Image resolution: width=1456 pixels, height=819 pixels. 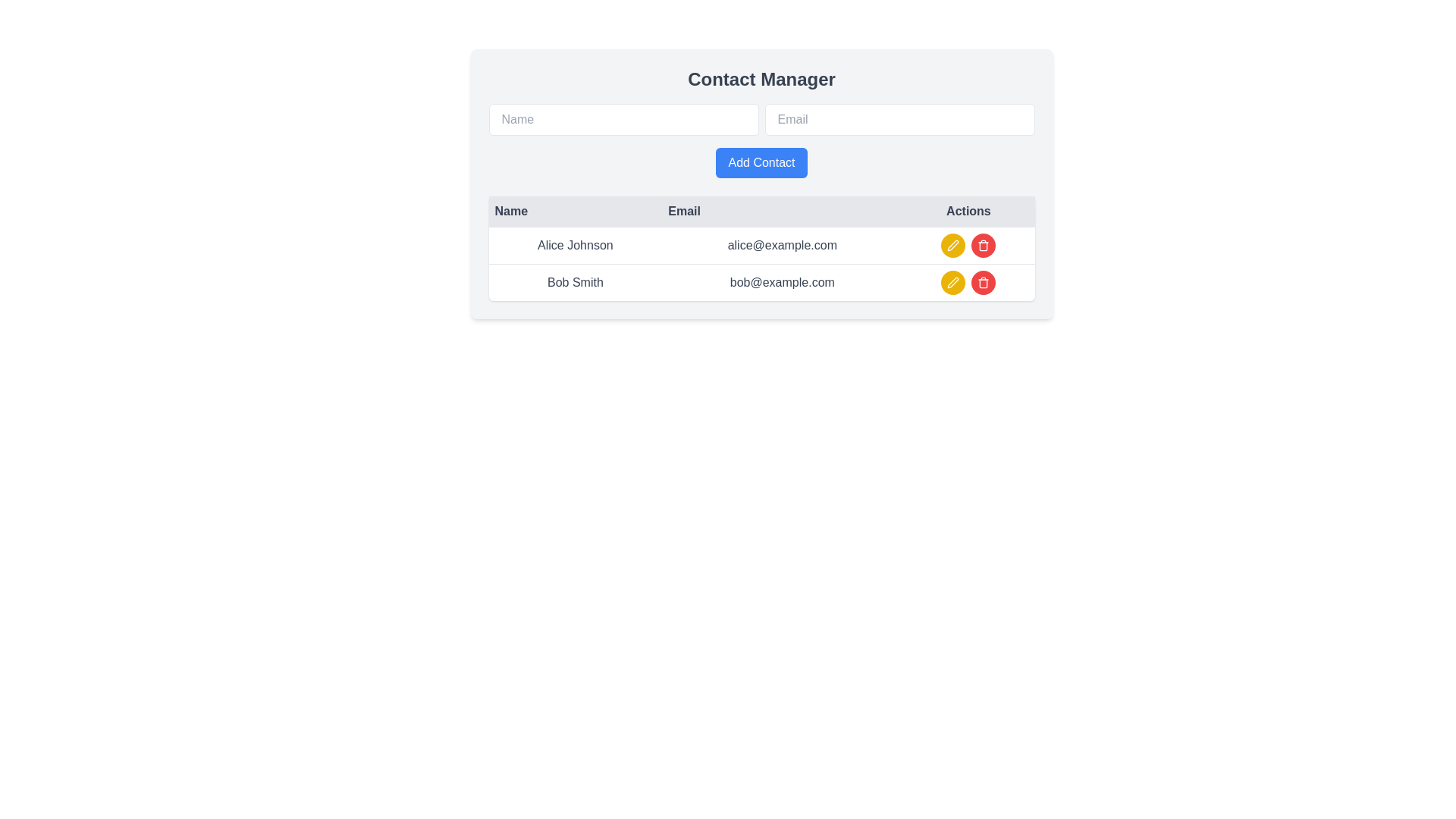 I want to click on the text element displaying the email address associated with 'Alice Johnson', located in the second column of the first data row of the table, so click(x=782, y=245).